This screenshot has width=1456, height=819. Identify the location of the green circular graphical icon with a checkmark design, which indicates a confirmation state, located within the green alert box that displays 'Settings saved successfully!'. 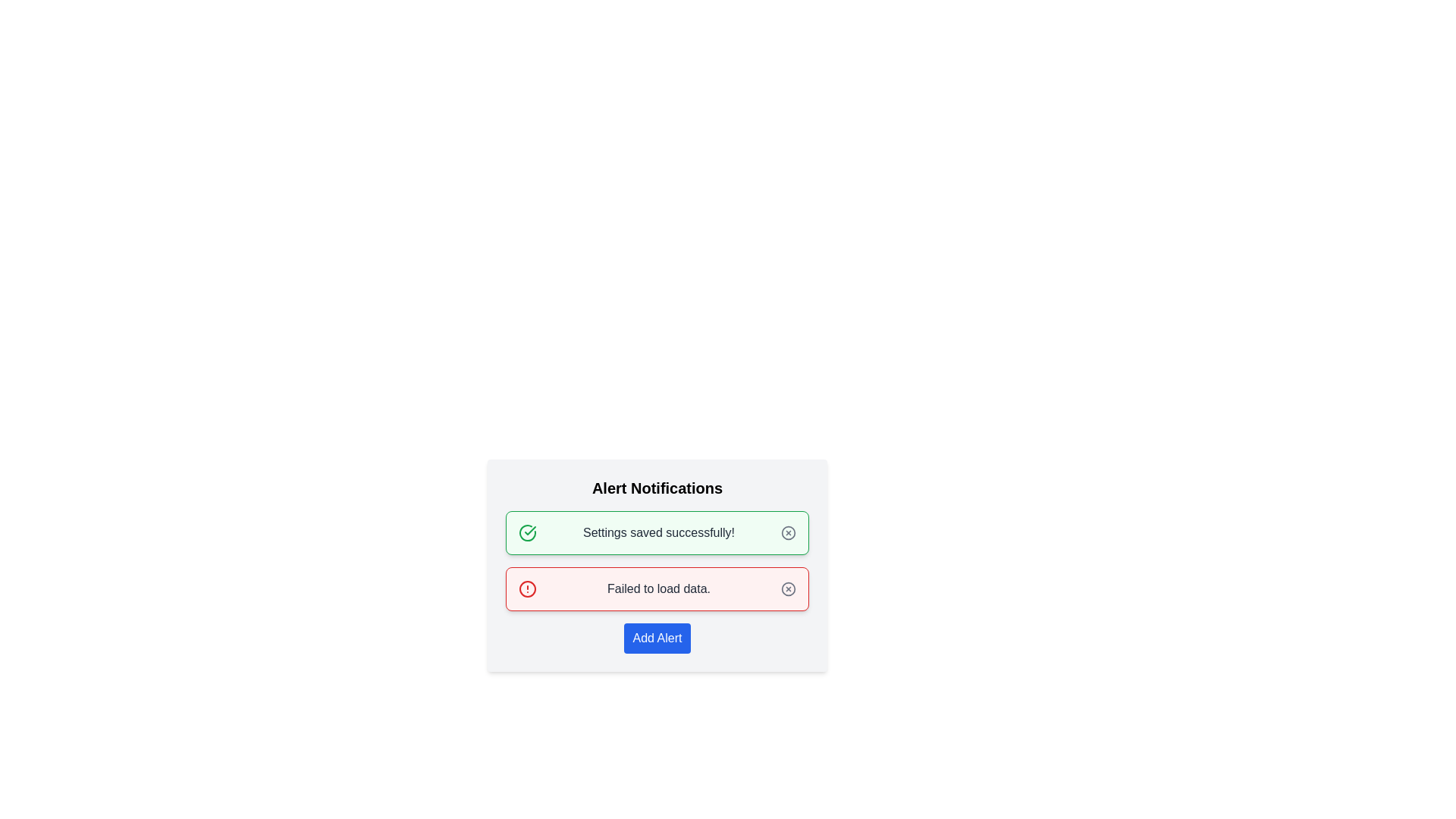
(528, 532).